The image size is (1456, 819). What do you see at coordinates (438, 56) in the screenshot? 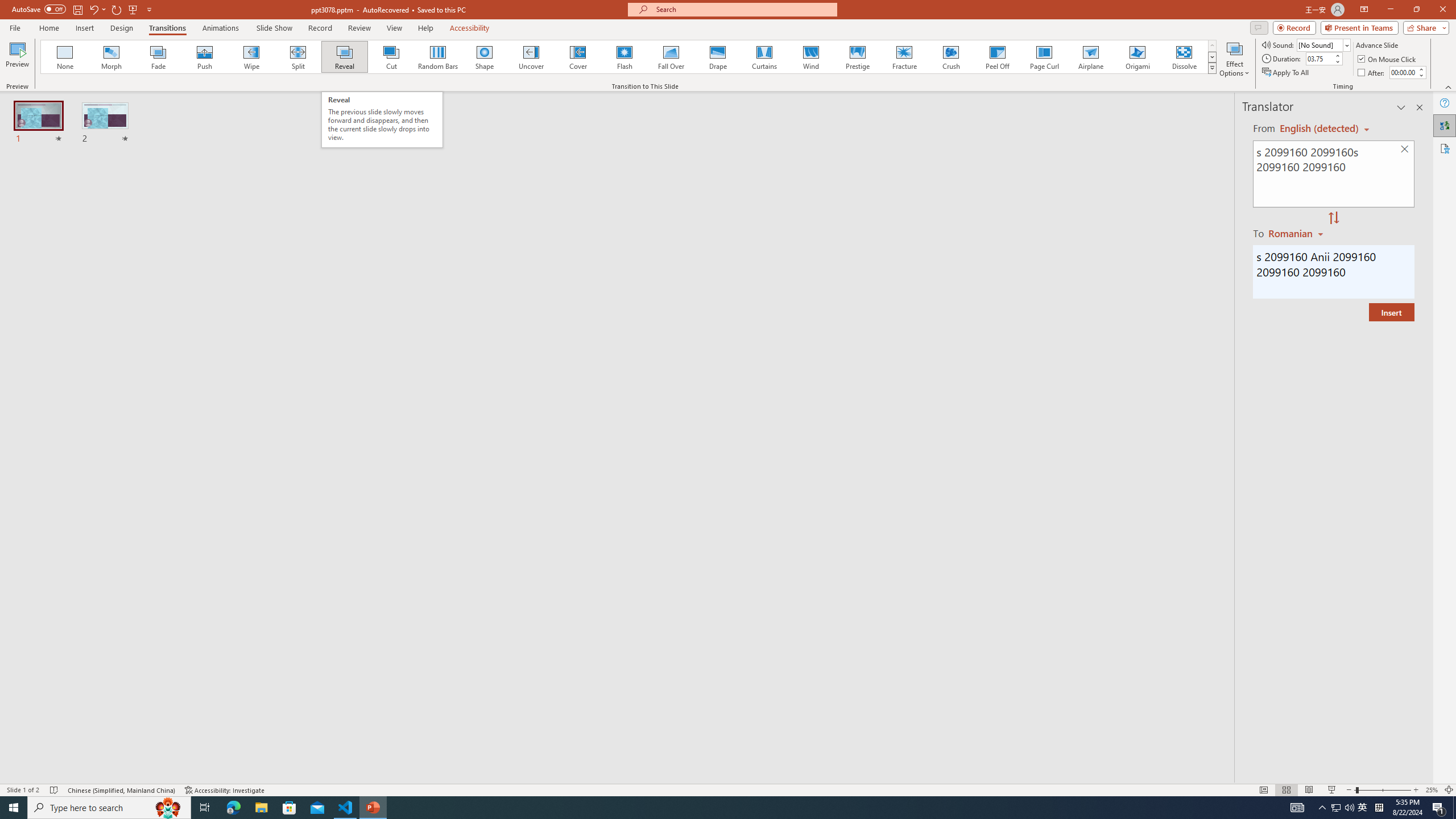
I see `'Random Bars'` at bounding box center [438, 56].